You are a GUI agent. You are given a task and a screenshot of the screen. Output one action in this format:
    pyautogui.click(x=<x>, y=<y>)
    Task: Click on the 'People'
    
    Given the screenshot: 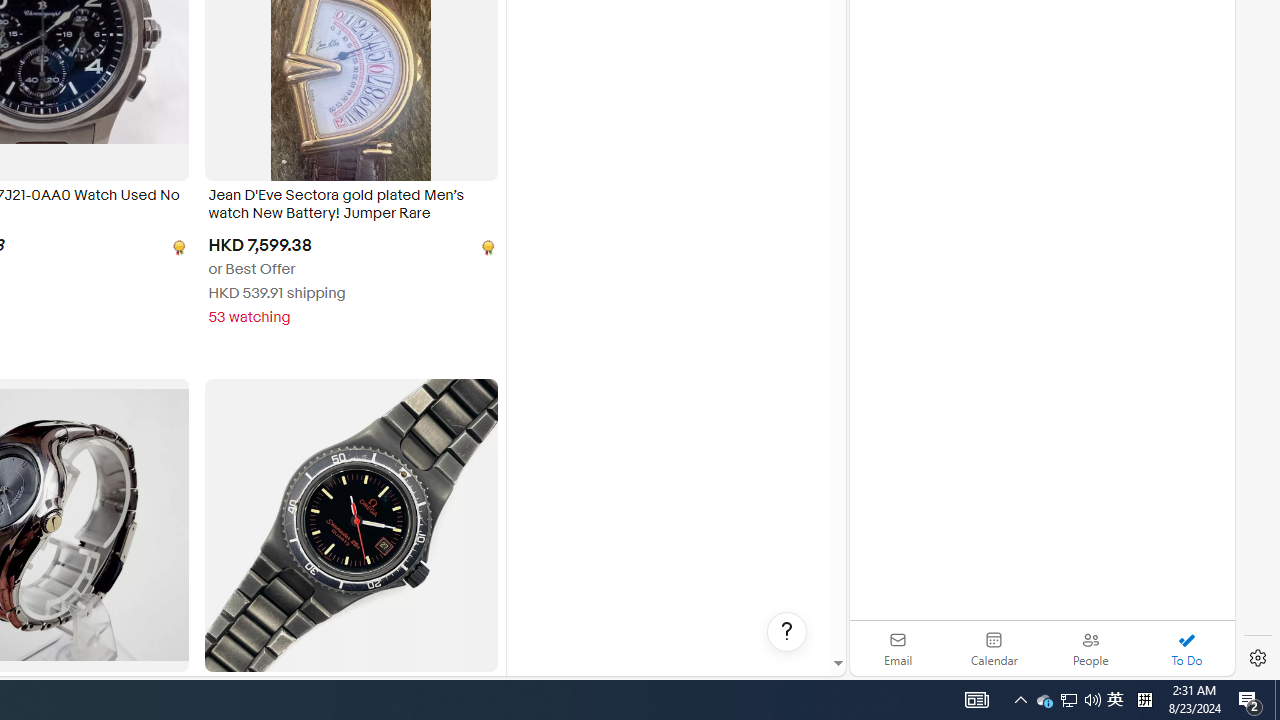 What is the action you would take?
    pyautogui.click(x=1089, y=648)
    